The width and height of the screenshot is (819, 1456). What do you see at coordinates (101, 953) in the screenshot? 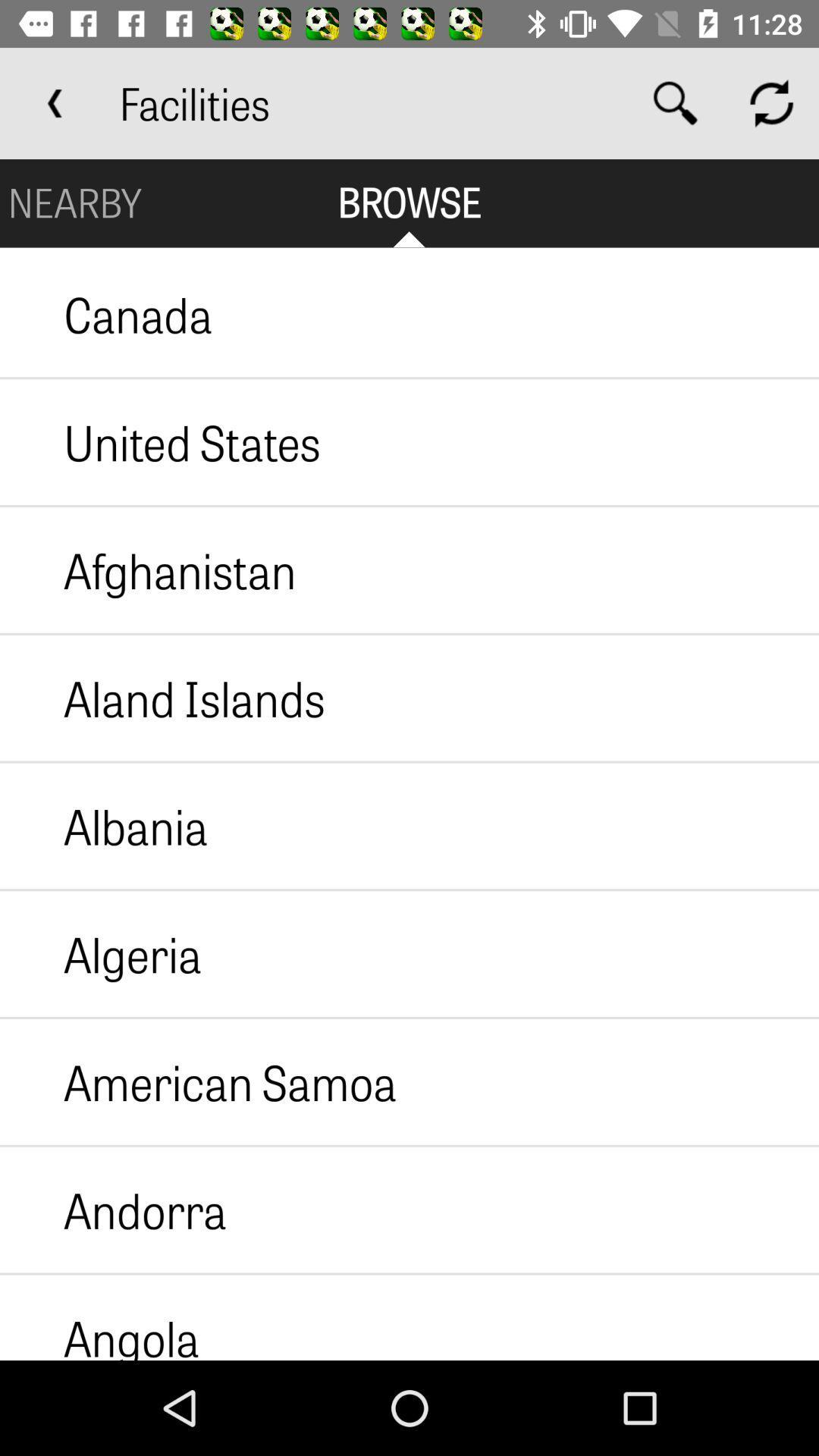
I see `the algeria` at bounding box center [101, 953].